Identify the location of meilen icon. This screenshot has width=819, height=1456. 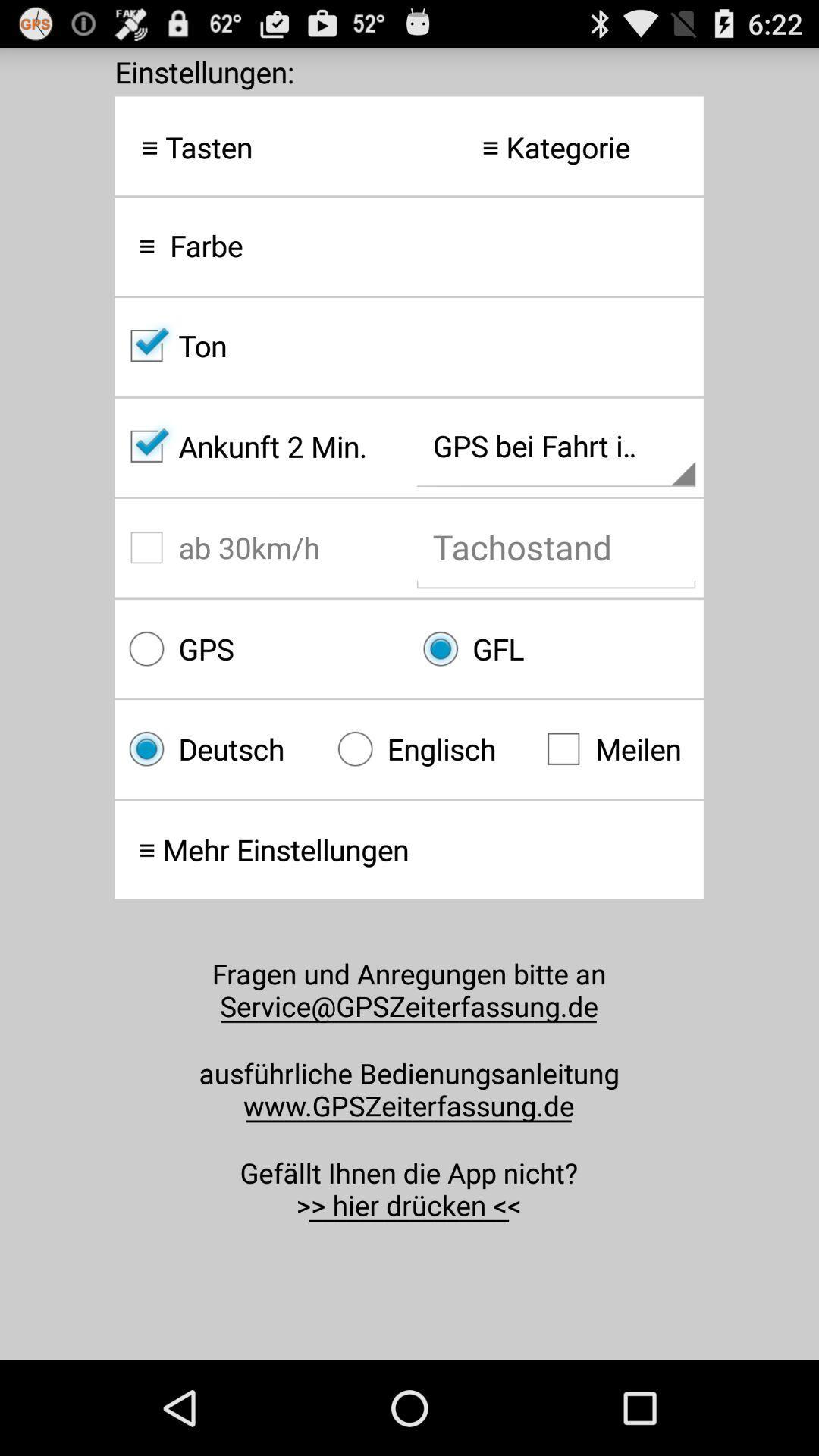
(617, 748).